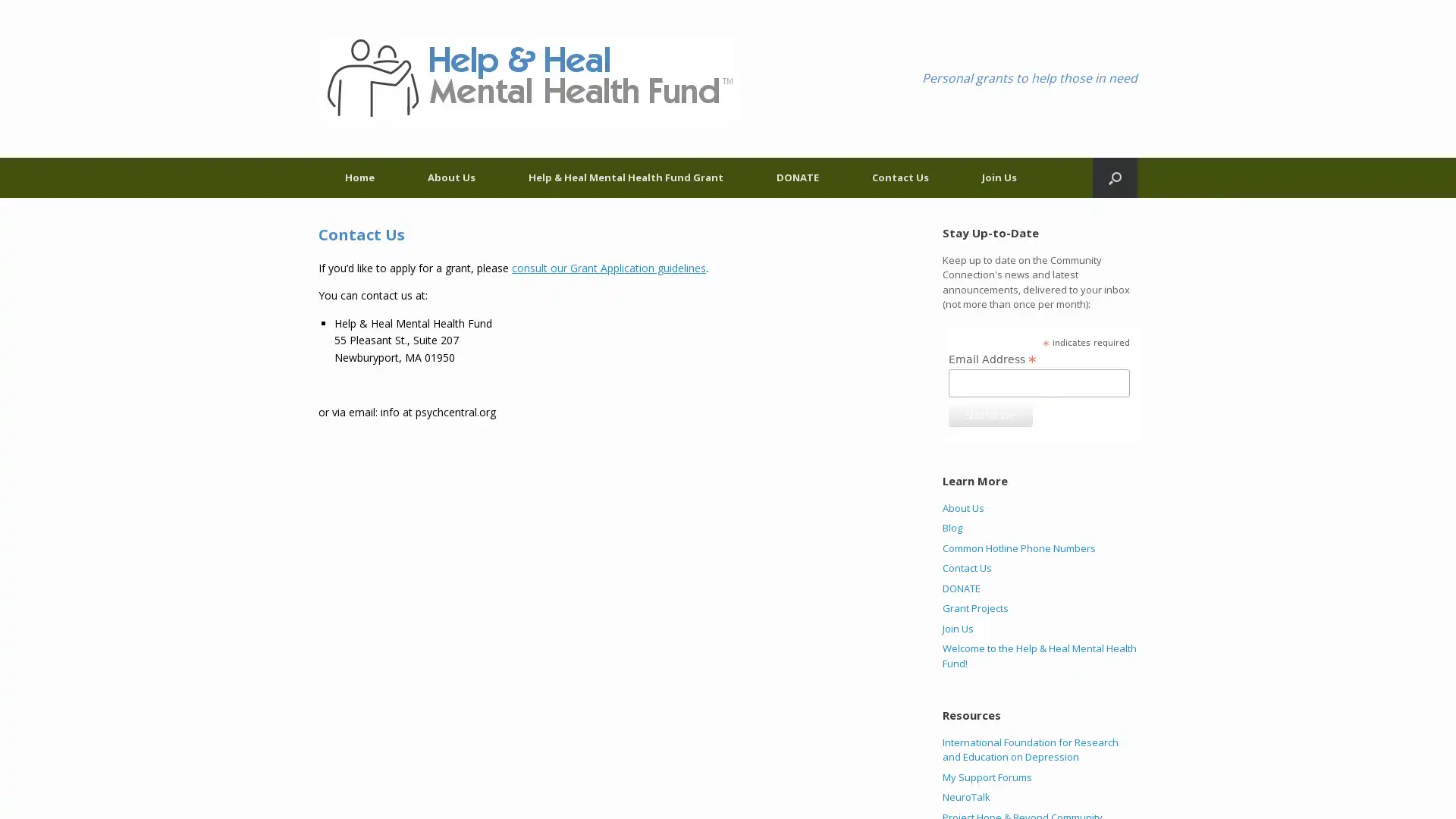 This screenshot has height=819, width=1456. Describe the element at coordinates (990, 415) in the screenshot. I see `Subscribe` at that location.